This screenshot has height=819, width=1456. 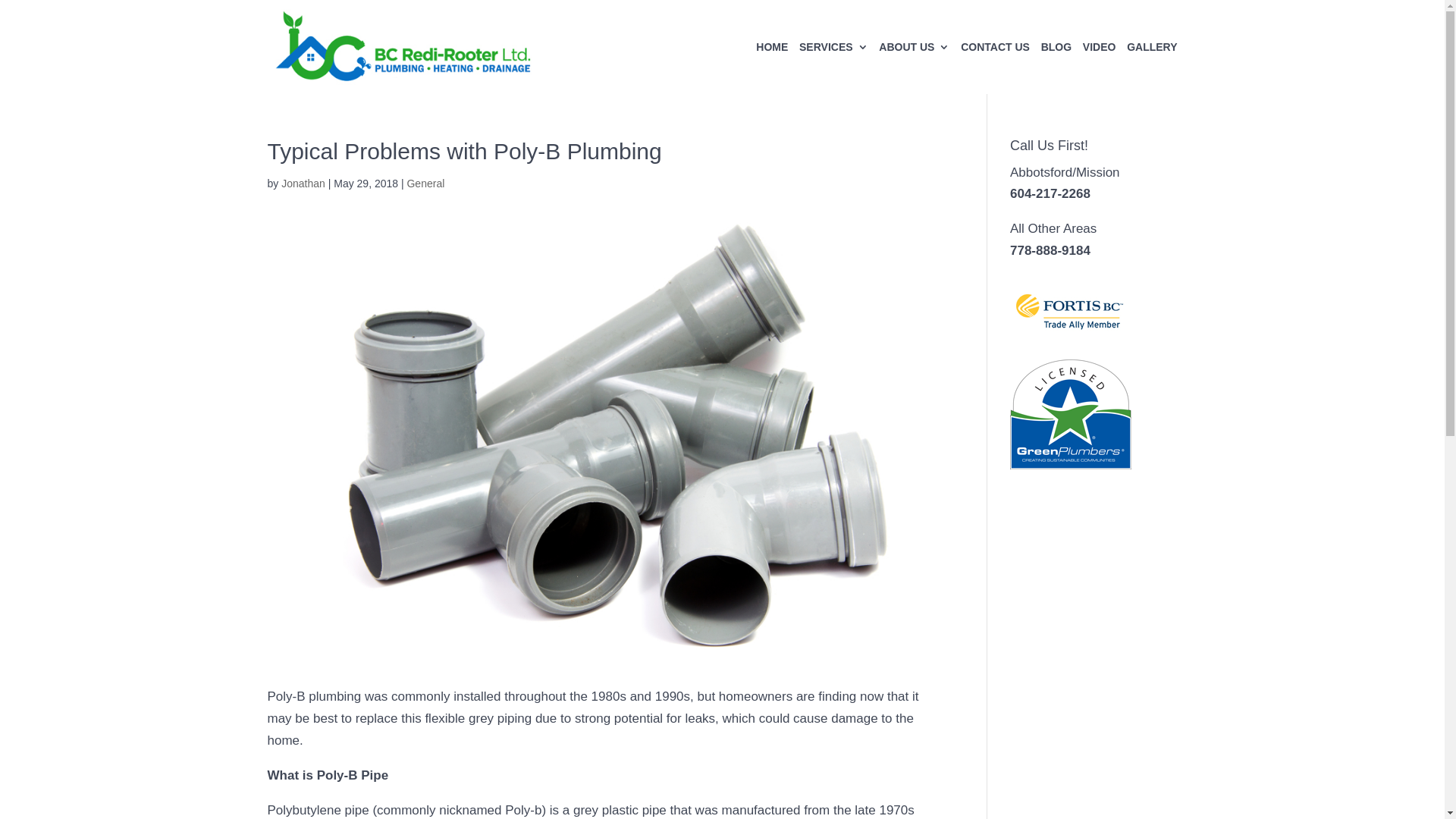 What do you see at coordinates (995, 67) in the screenshot?
I see `'CONTACT US'` at bounding box center [995, 67].